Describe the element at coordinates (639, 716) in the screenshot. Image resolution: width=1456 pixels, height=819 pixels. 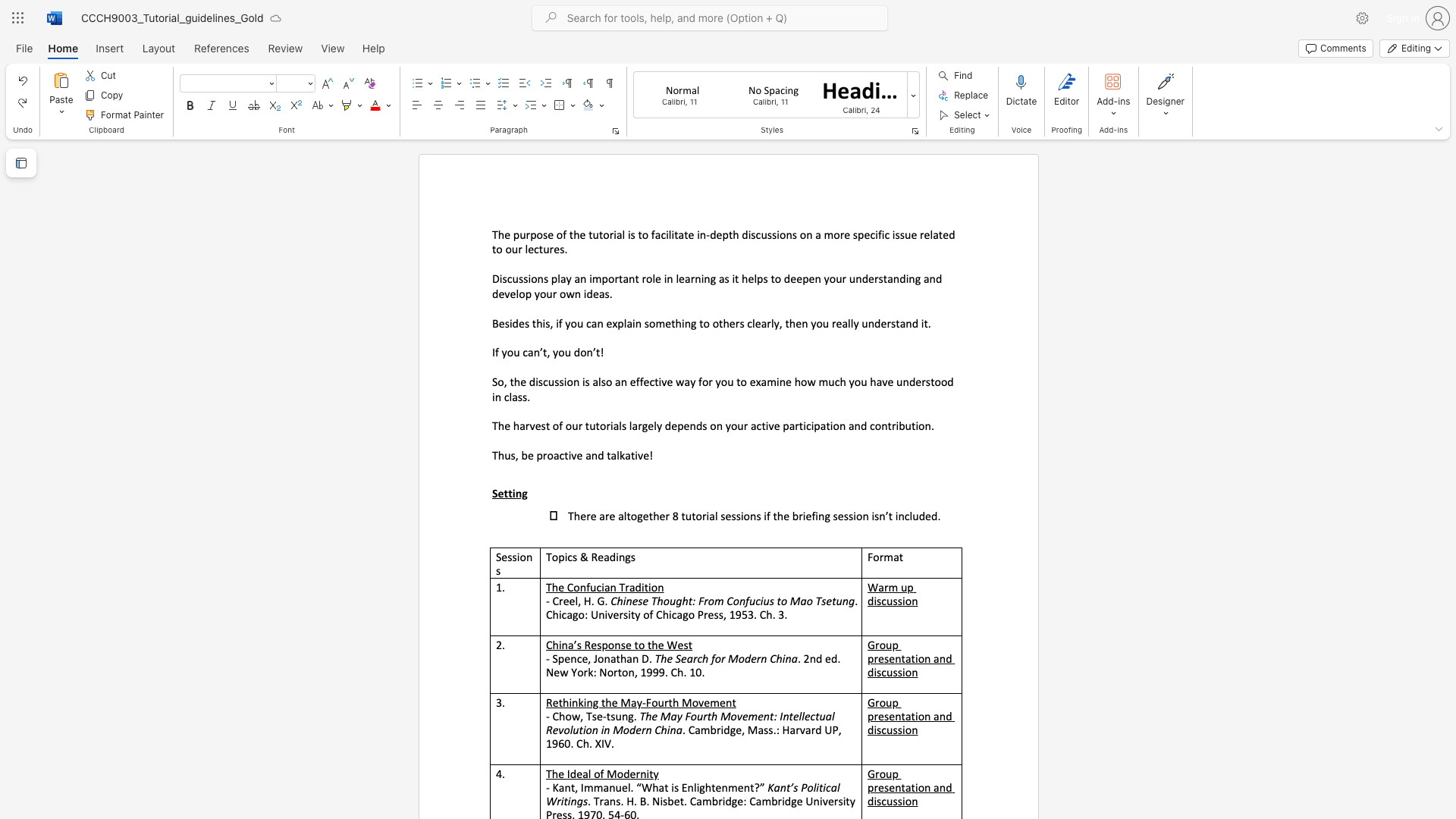
I see `the subset text "The May Fourth M" within the text "The May Fourth Movement: Intellectual Revolution in Modern China"` at that location.